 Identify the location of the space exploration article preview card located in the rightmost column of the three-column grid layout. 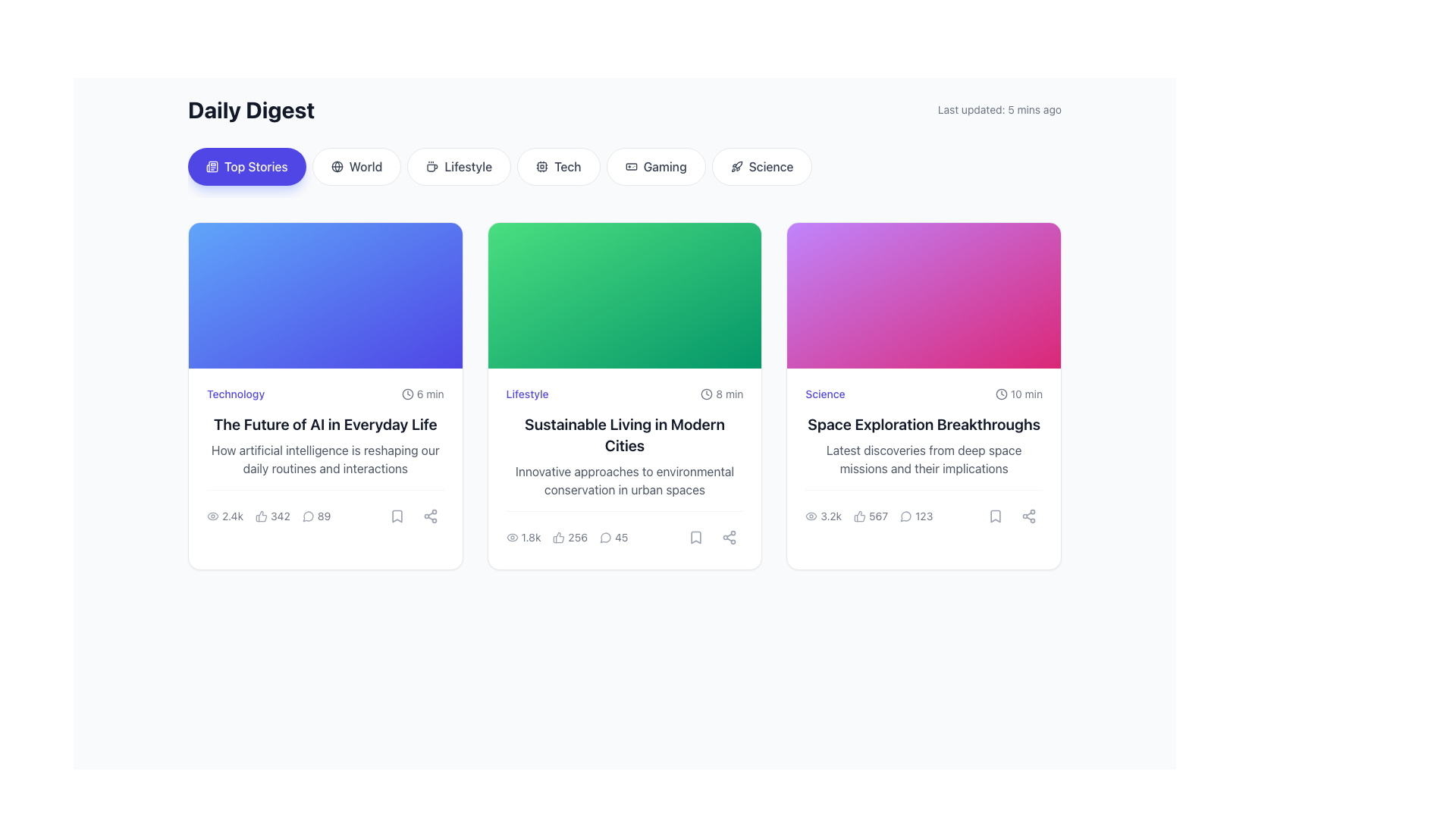
(923, 395).